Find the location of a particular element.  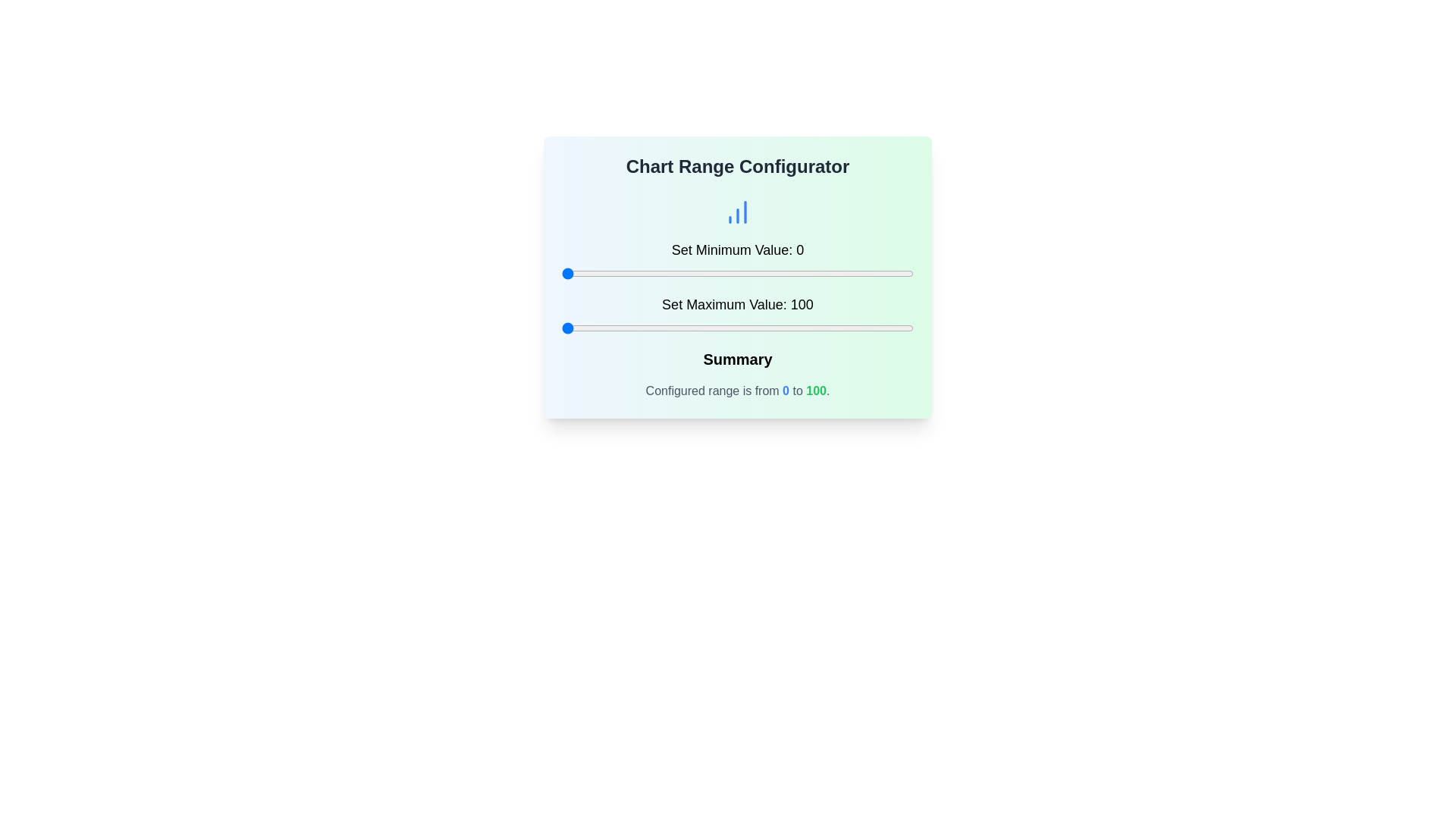

the slider handle to reveal its tooltip is located at coordinates (738, 274).